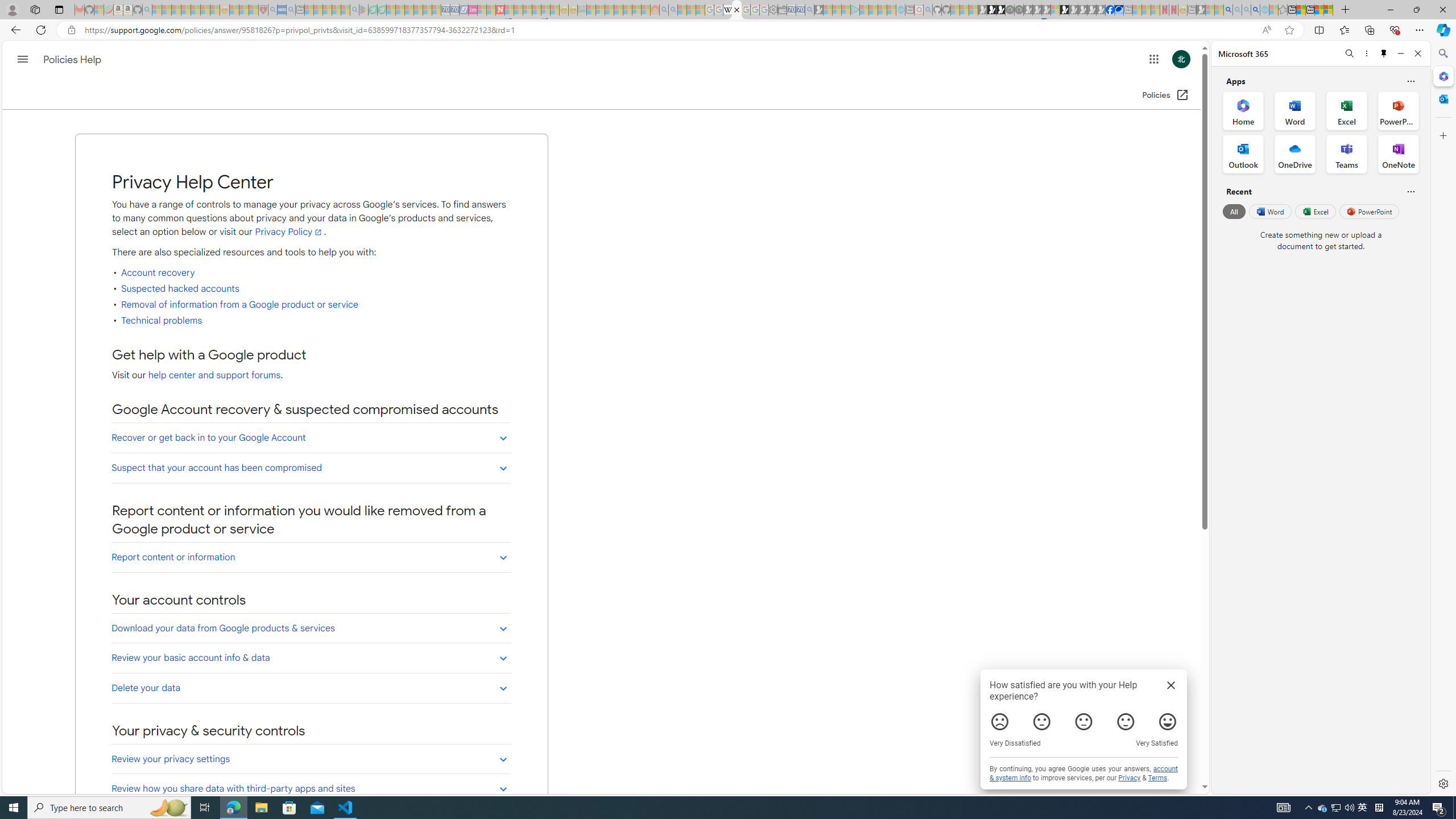 Image resolution: width=1456 pixels, height=819 pixels. Describe the element at coordinates (73, 59) in the screenshot. I see `'Policies Help'` at that location.